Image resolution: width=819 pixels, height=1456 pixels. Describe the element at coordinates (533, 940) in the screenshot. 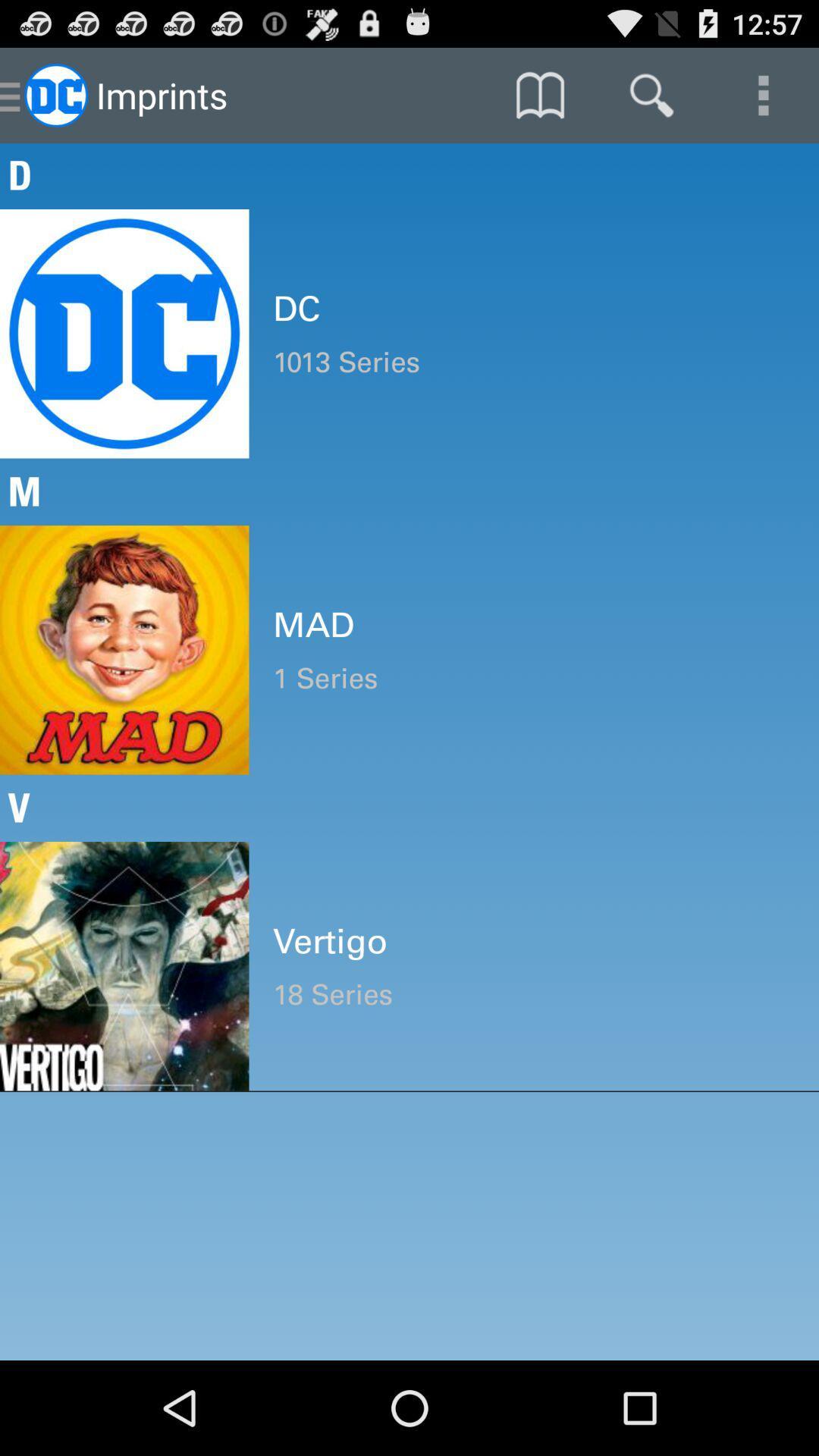

I see `item below the v item` at that location.